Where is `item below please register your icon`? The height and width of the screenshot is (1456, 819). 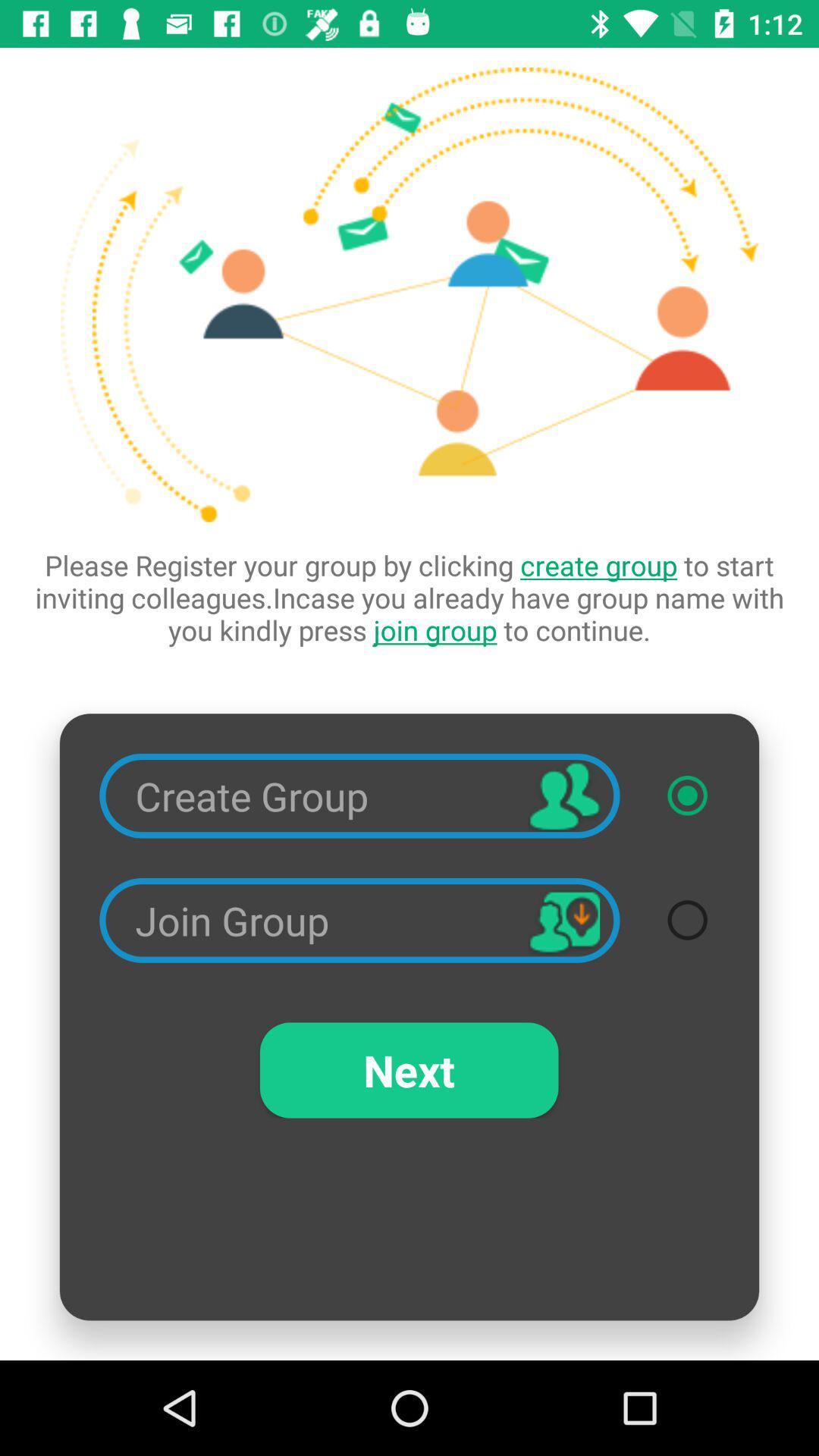
item below please register your icon is located at coordinates (687, 795).